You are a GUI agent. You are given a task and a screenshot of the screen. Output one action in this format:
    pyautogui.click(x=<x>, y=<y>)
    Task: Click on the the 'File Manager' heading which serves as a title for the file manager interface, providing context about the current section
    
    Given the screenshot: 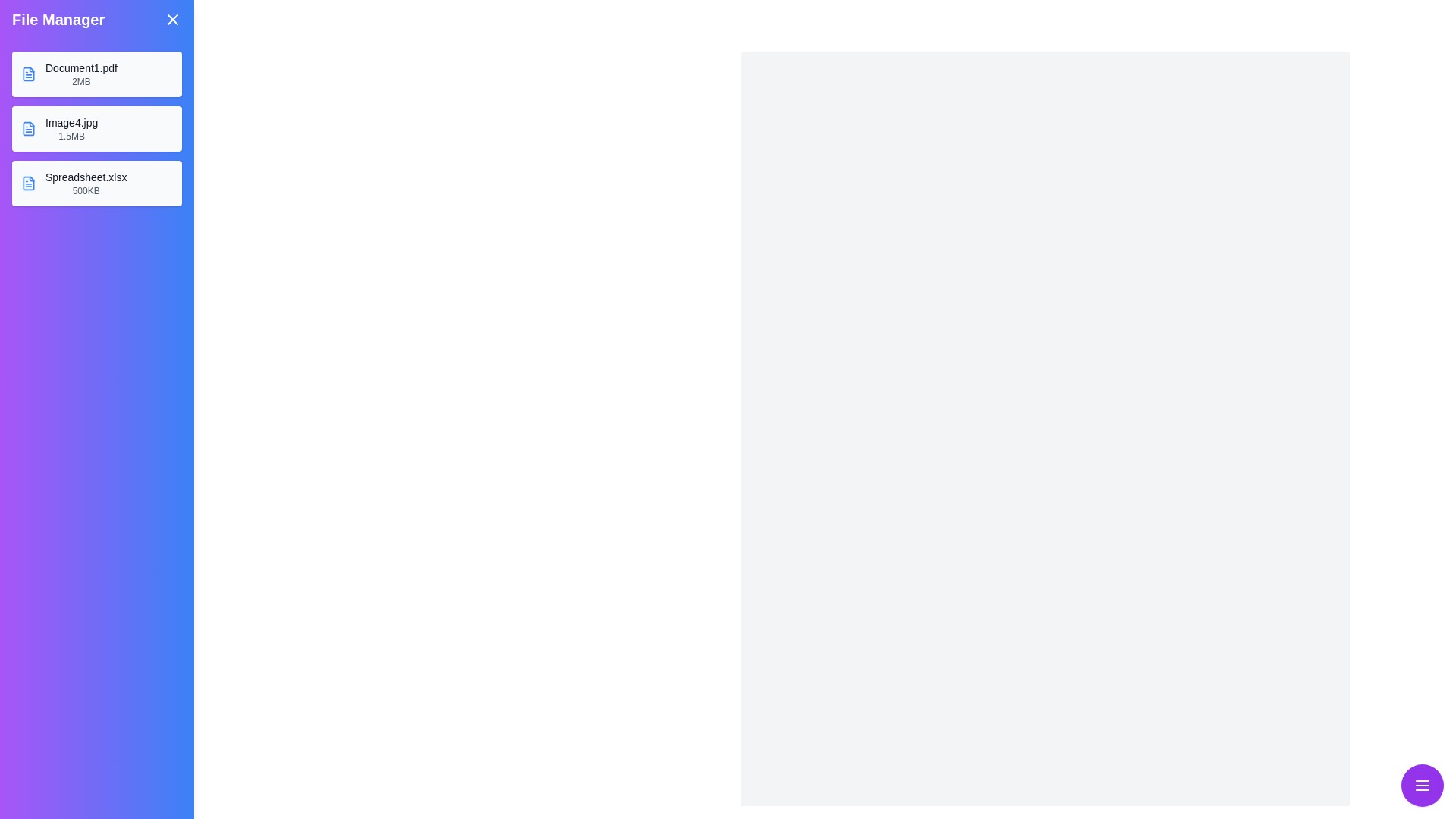 What is the action you would take?
    pyautogui.click(x=58, y=20)
    